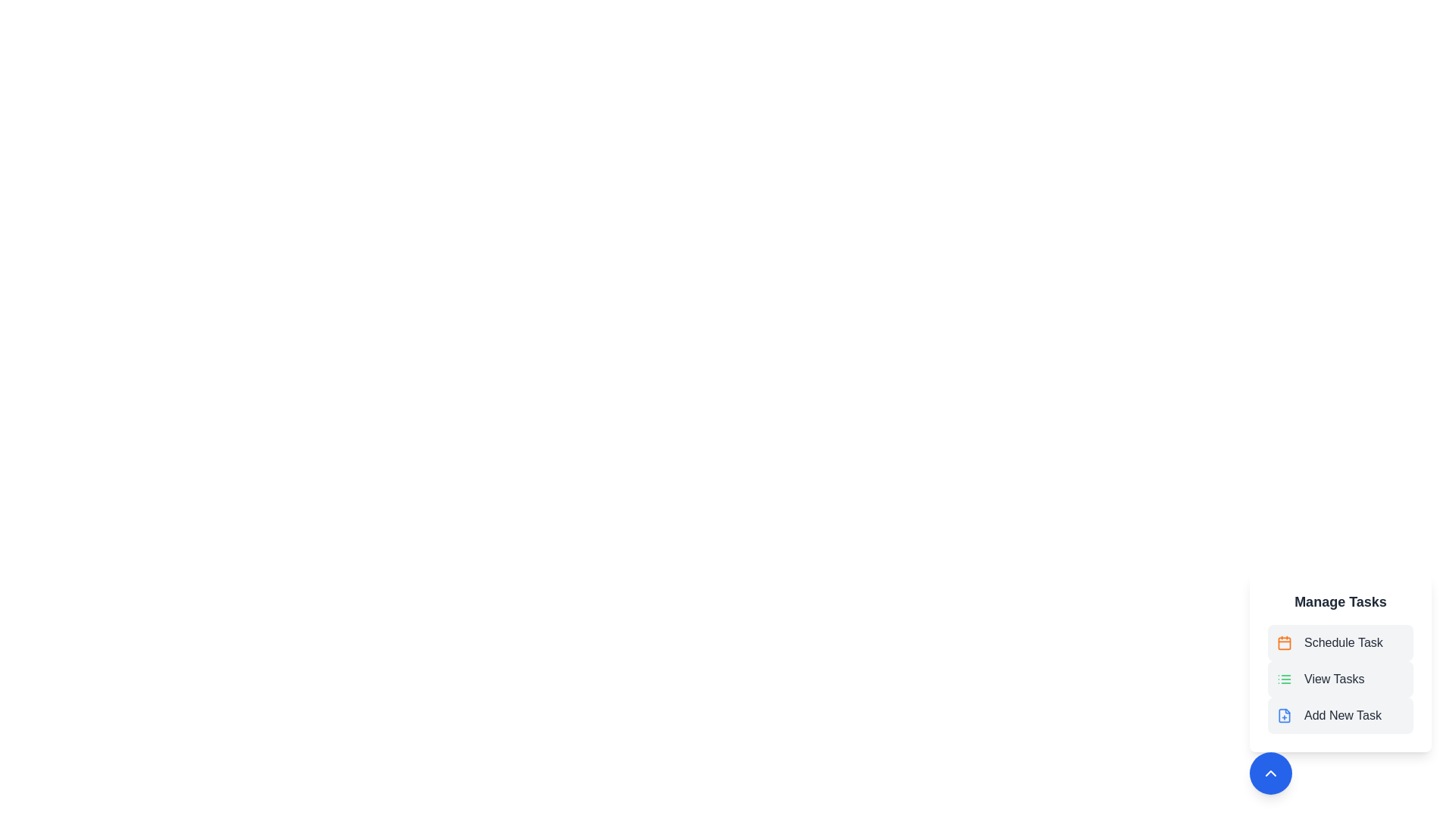  Describe the element at coordinates (1340, 716) in the screenshot. I see `the 'Add New Task' button to add a new task` at that location.